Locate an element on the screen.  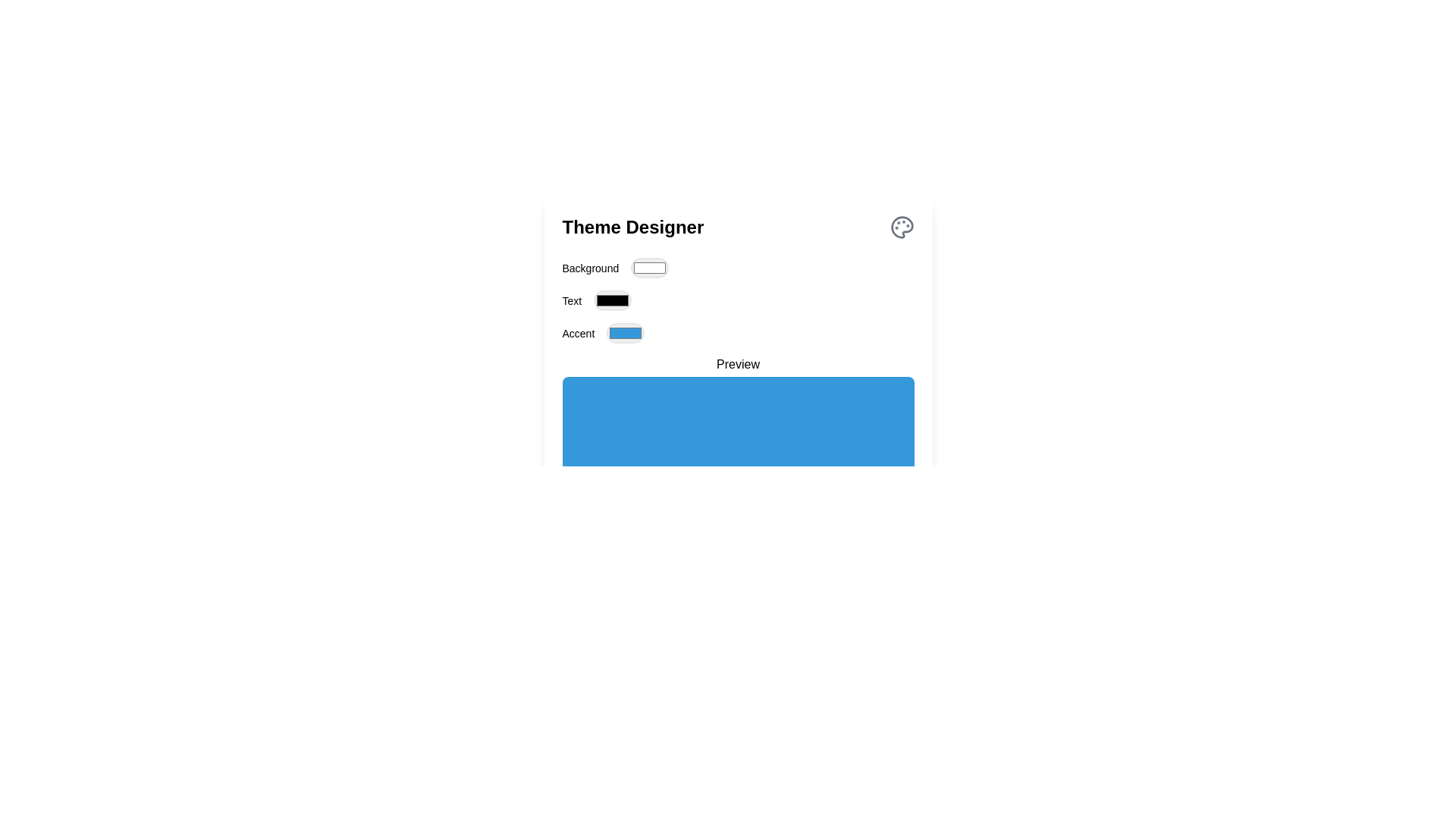
the label that serves as the title for the section above the blue area to check for additional information is located at coordinates (738, 365).